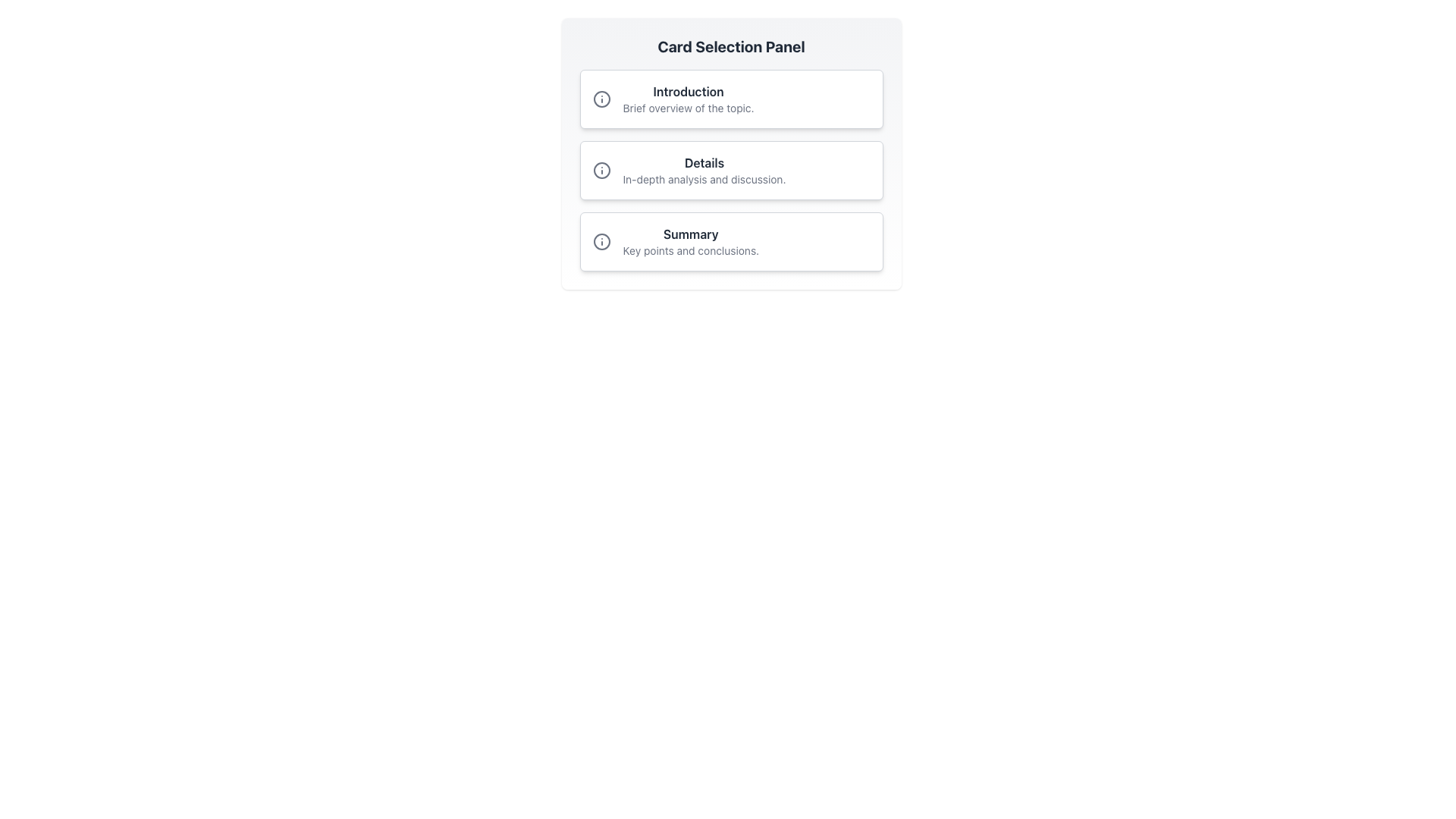 The image size is (1456, 819). I want to click on the 'Details' text label element, which is bold and dark gray, positioned centrally within a card layout, indicating the section for in-depth analysis, so click(703, 163).